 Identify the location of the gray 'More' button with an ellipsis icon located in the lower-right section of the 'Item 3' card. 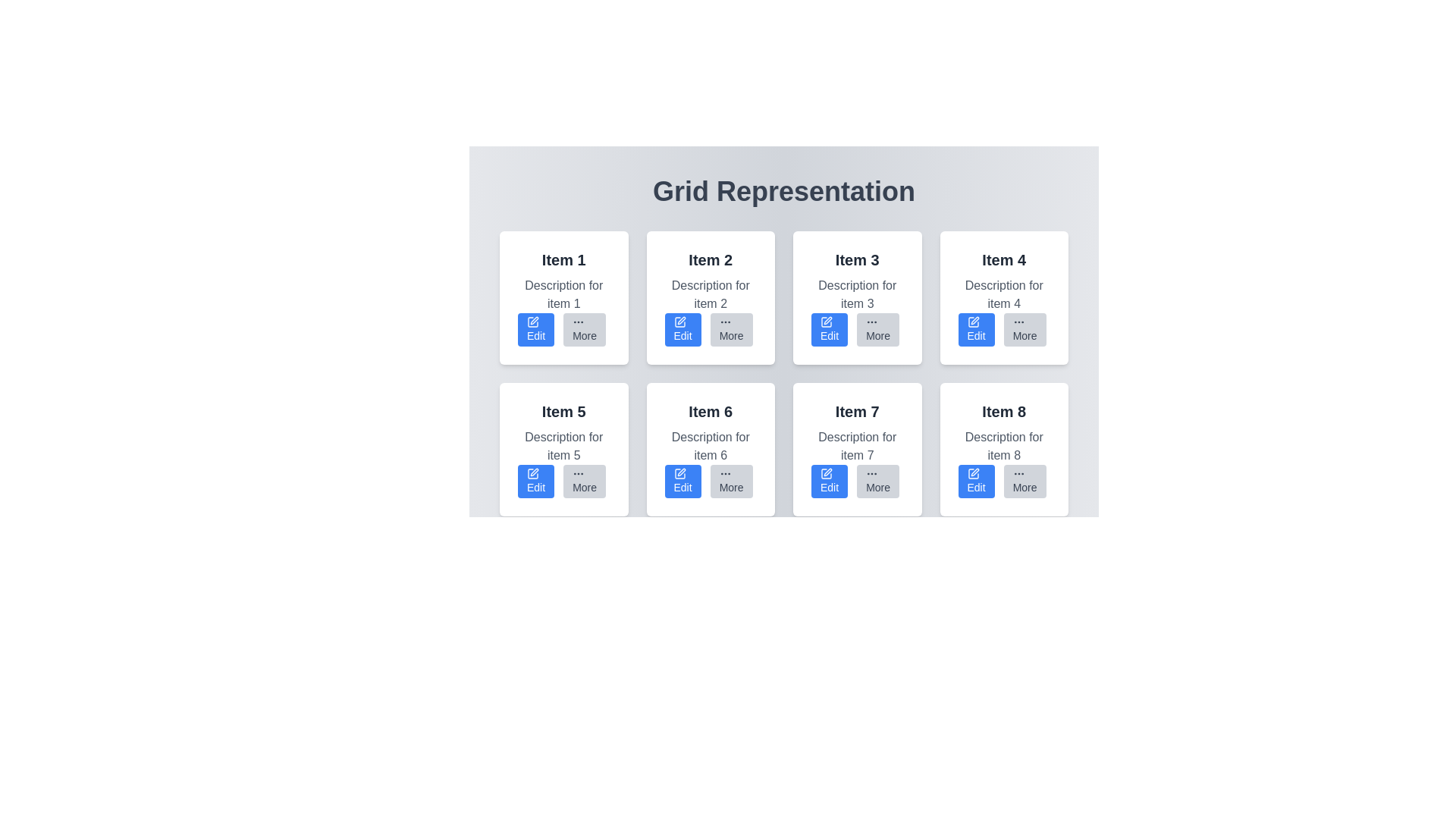
(857, 329).